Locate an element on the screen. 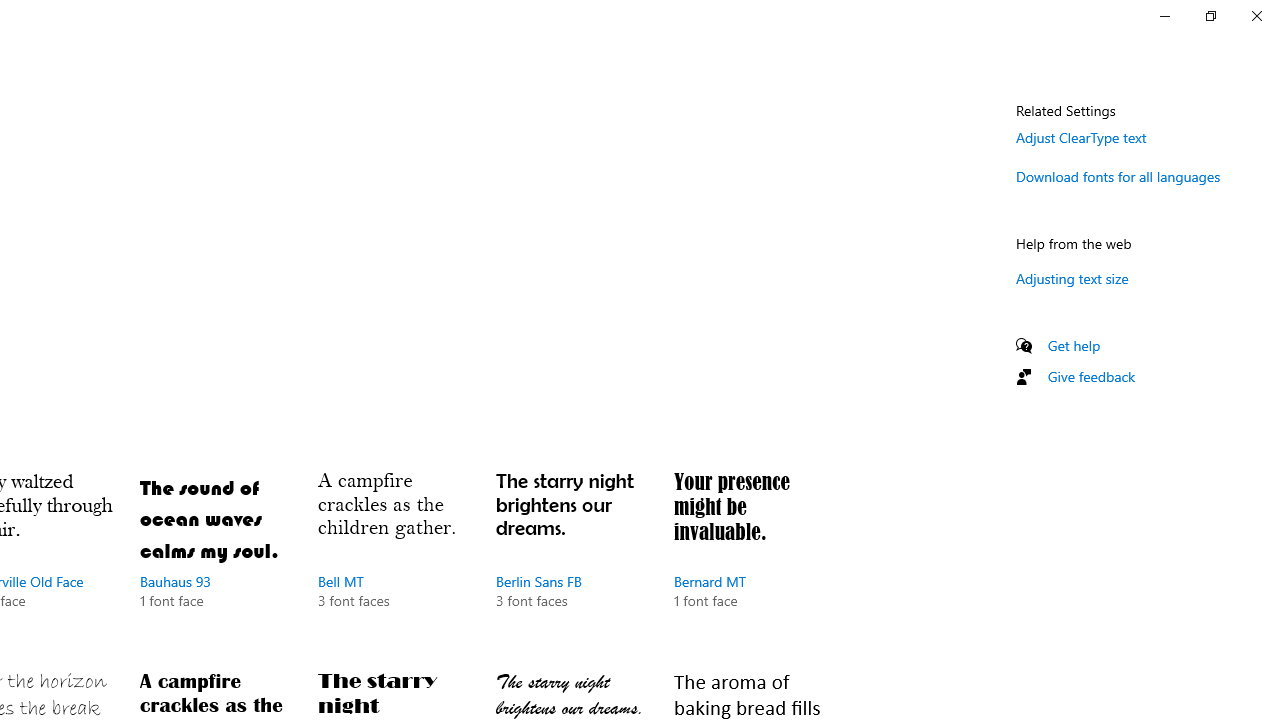 Image resolution: width=1280 pixels, height=720 pixels. 'Berlin Sans FB, 3 font faces' is located at coordinates (569, 560).